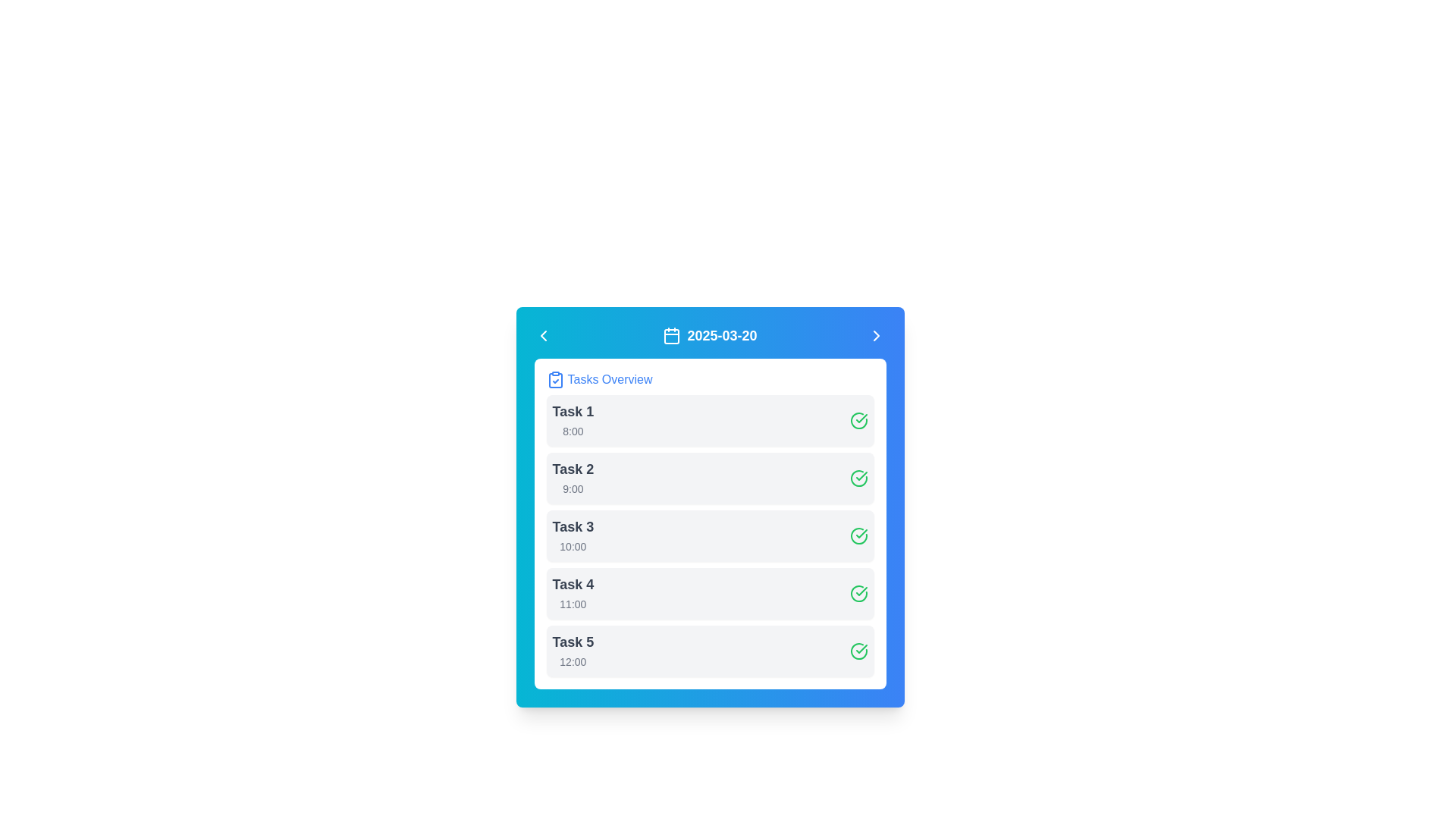 The width and height of the screenshot is (1456, 819). I want to click on circular green check mark icon that indicates a completed status, located on the far-right side of the row displaying 'Task 5' and '12:00', so click(858, 651).